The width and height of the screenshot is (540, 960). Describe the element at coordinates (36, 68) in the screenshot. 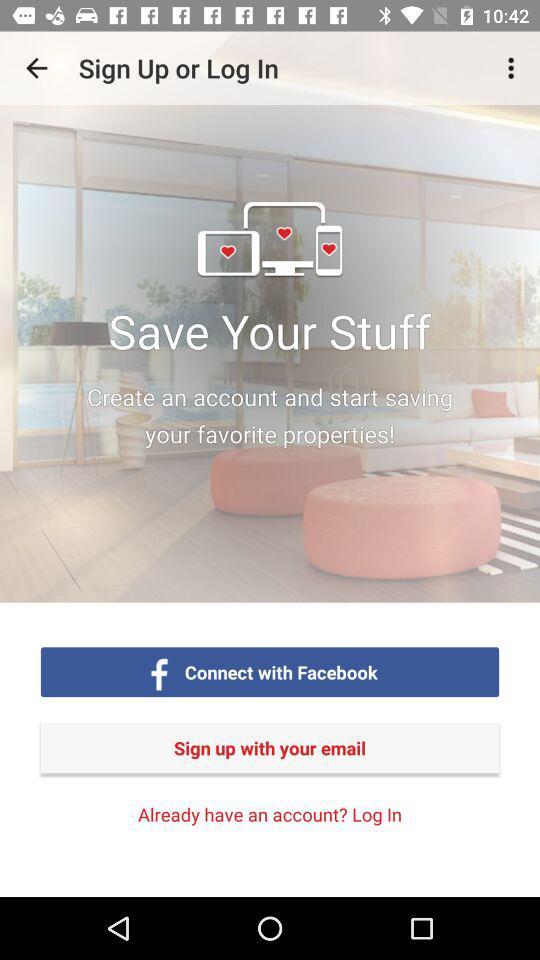

I see `app next to the sign up or icon` at that location.